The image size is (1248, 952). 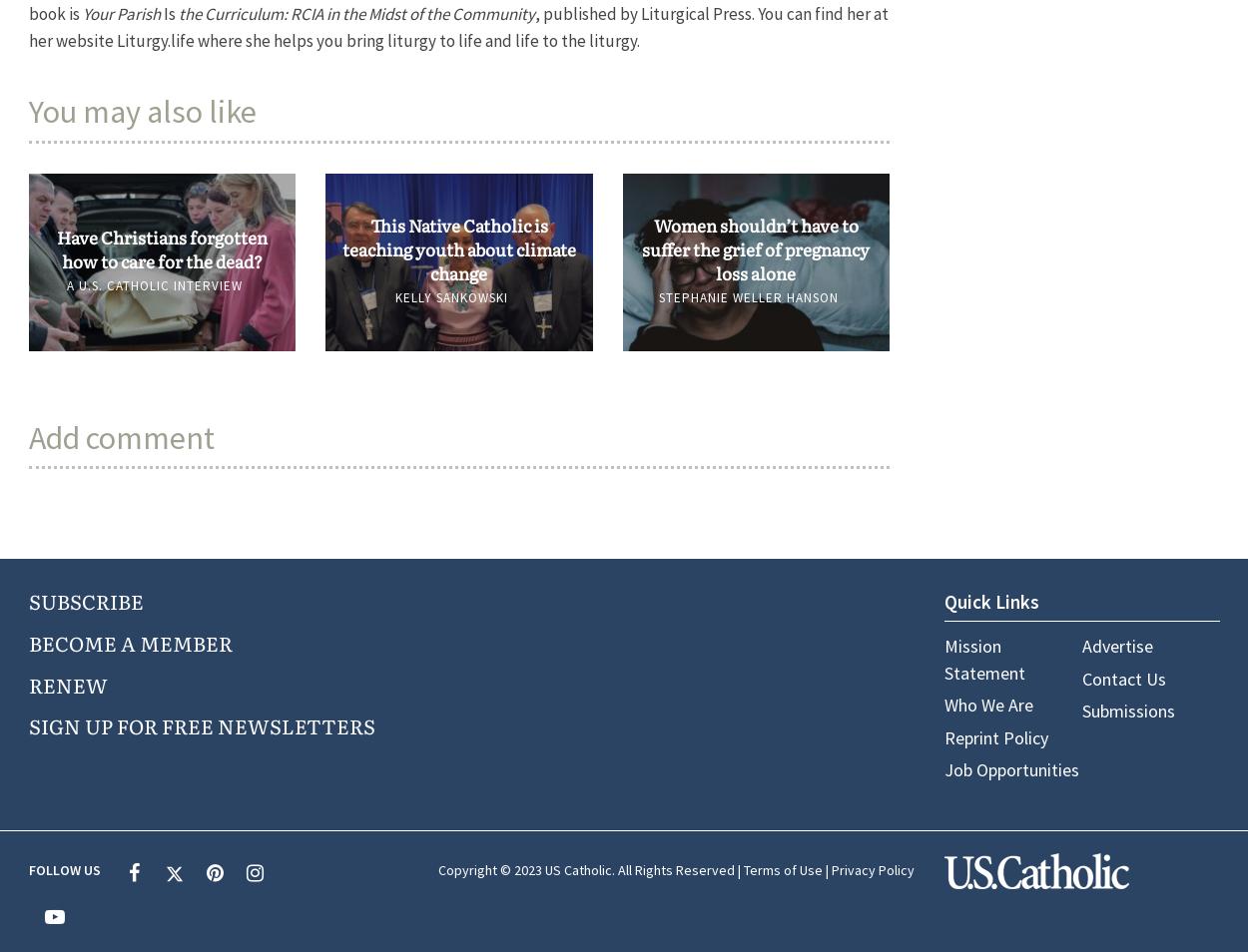 What do you see at coordinates (161, 247) in the screenshot?
I see `'Have Christians forgotten how to care for the dead?'` at bounding box center [161, 247].